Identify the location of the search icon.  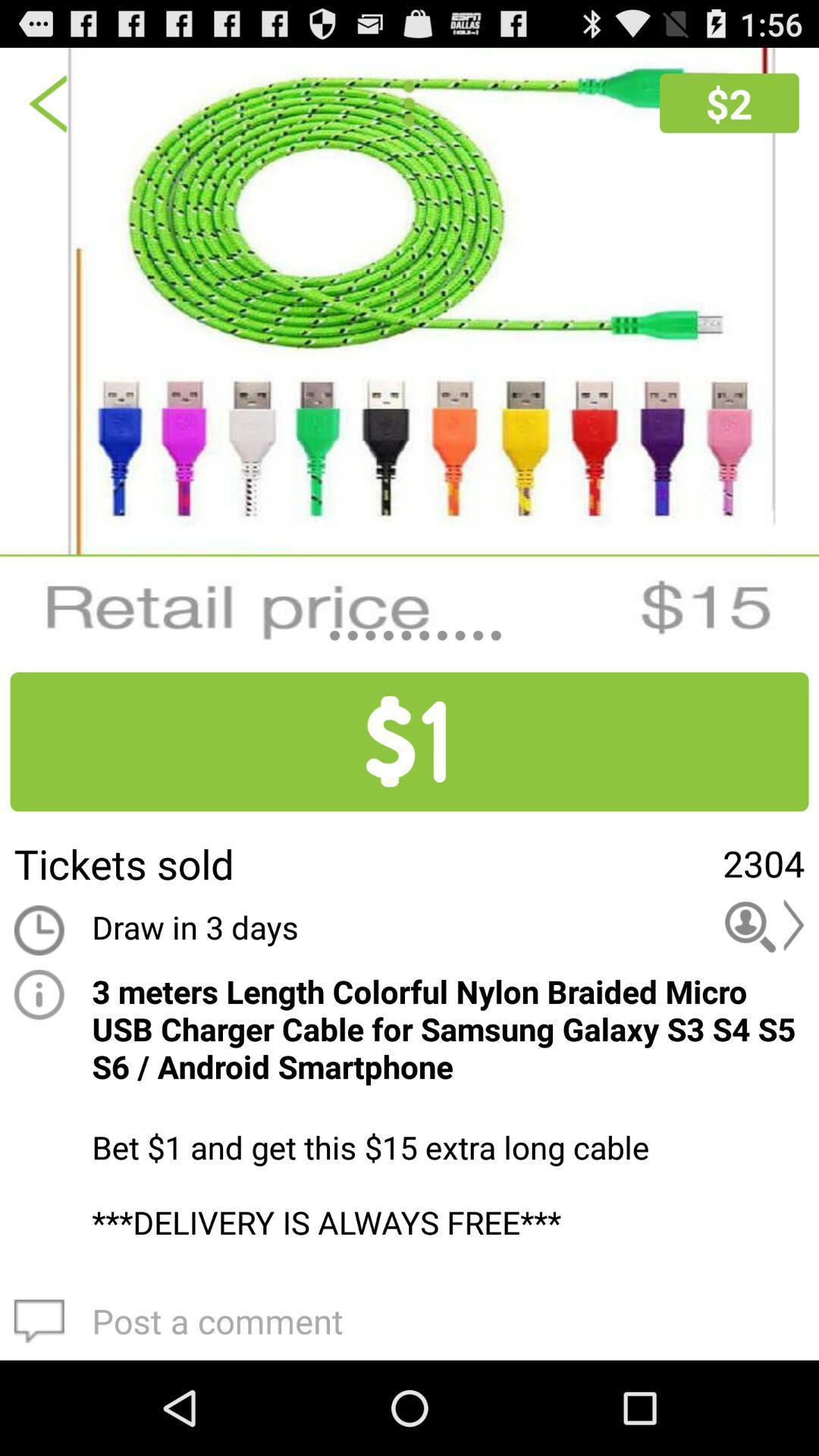
(764, 991).